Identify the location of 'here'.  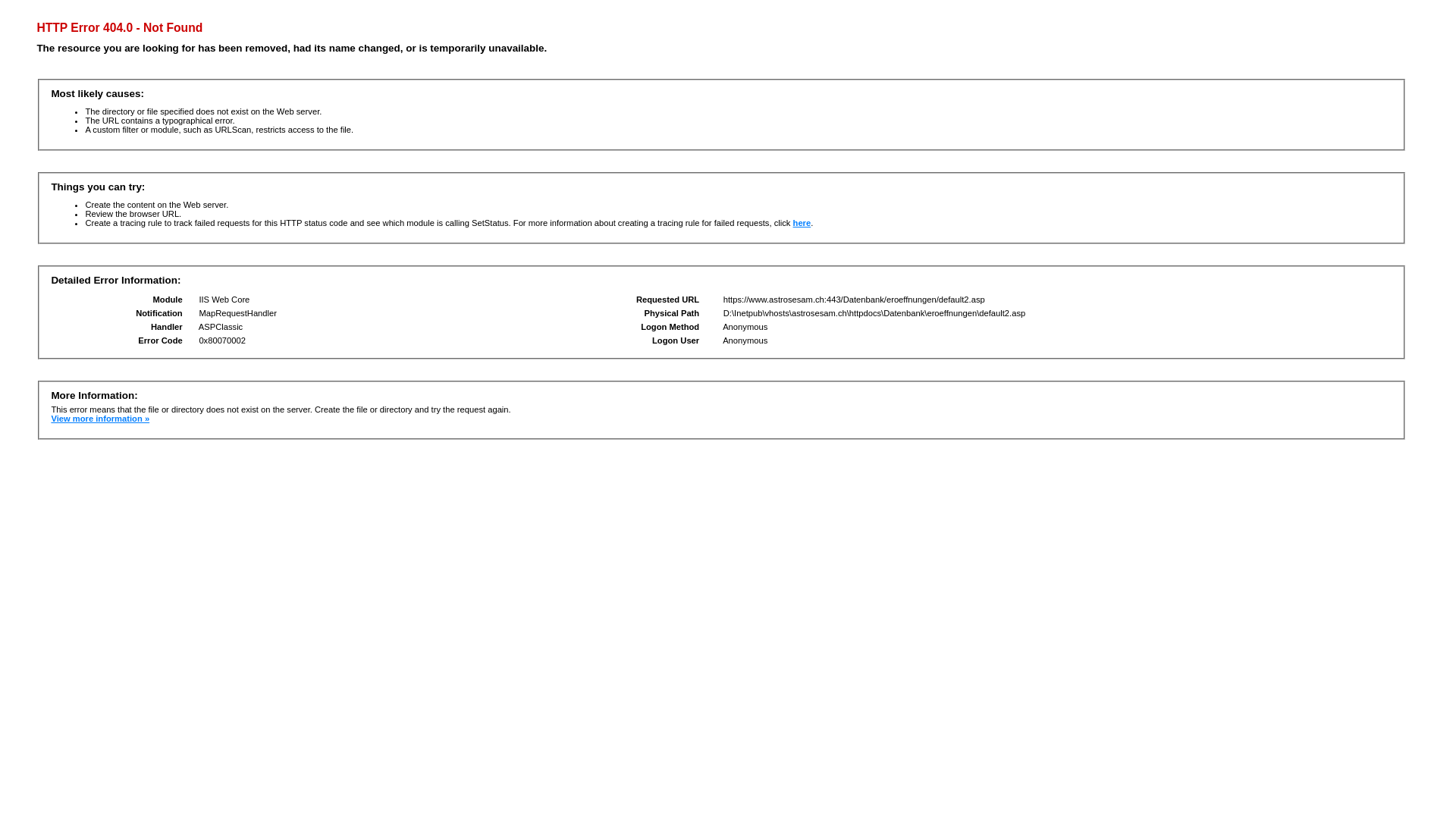
(792, 222).